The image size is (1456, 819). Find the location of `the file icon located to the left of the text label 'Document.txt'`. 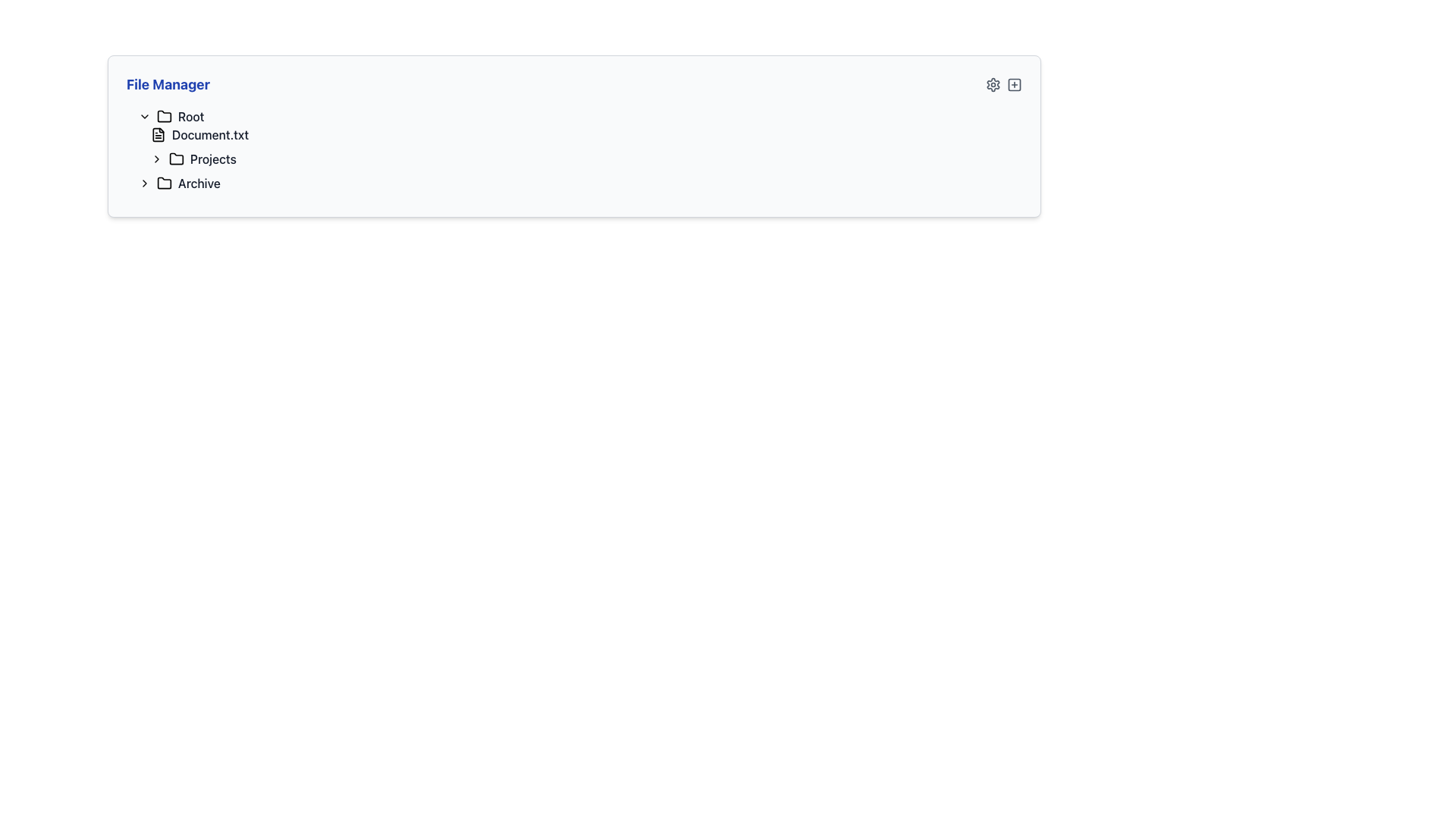

the file icon located to the left of the text label 'Document.txt' is located at coordinates (158, 133).